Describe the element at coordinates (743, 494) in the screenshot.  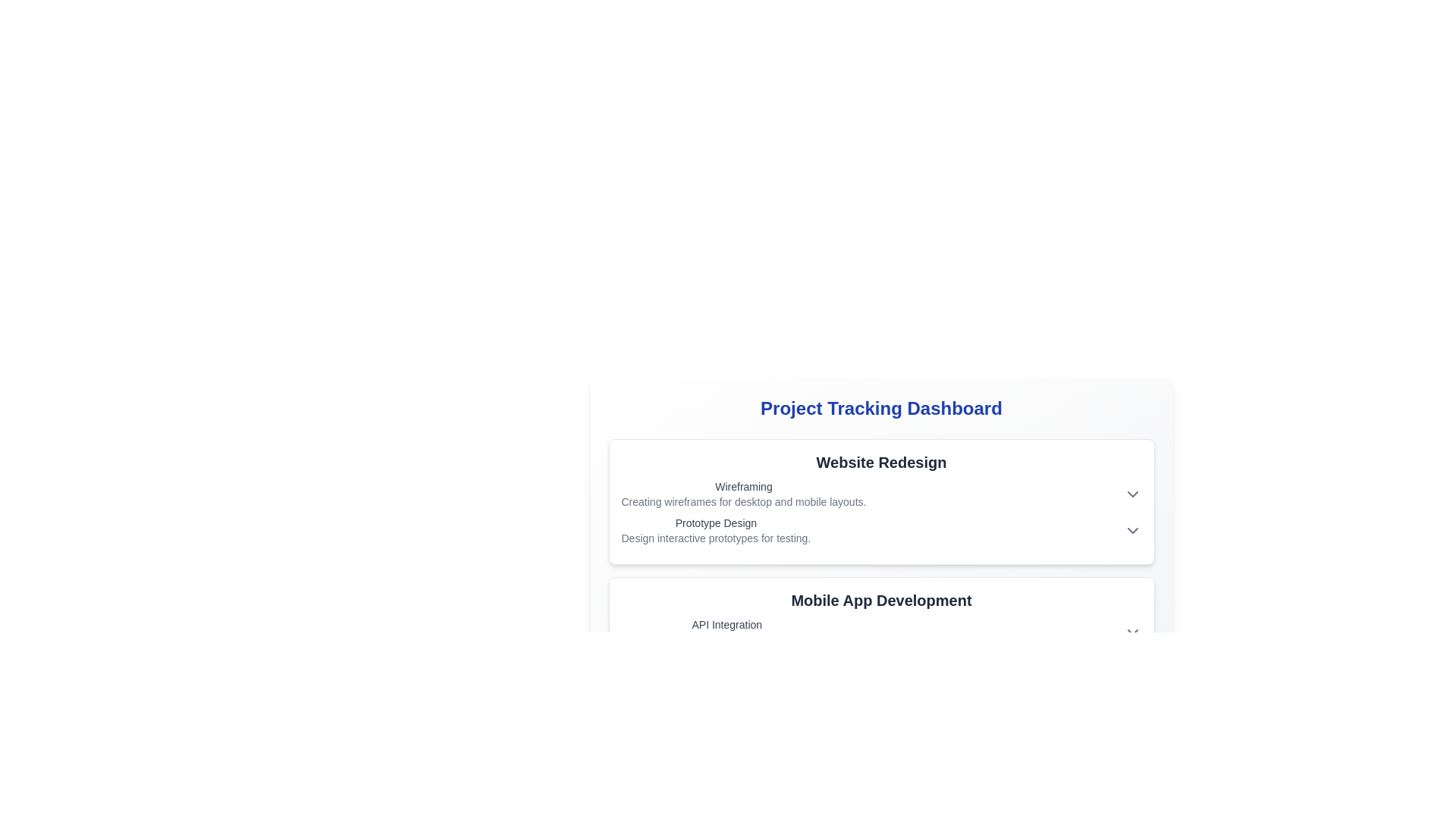
I see `the Text block providing information about wireframing for desktop and mobile layout projects, located at the top position within the 'Website Redesign' section of the 'Project Tracking Dashboard'` at that location.